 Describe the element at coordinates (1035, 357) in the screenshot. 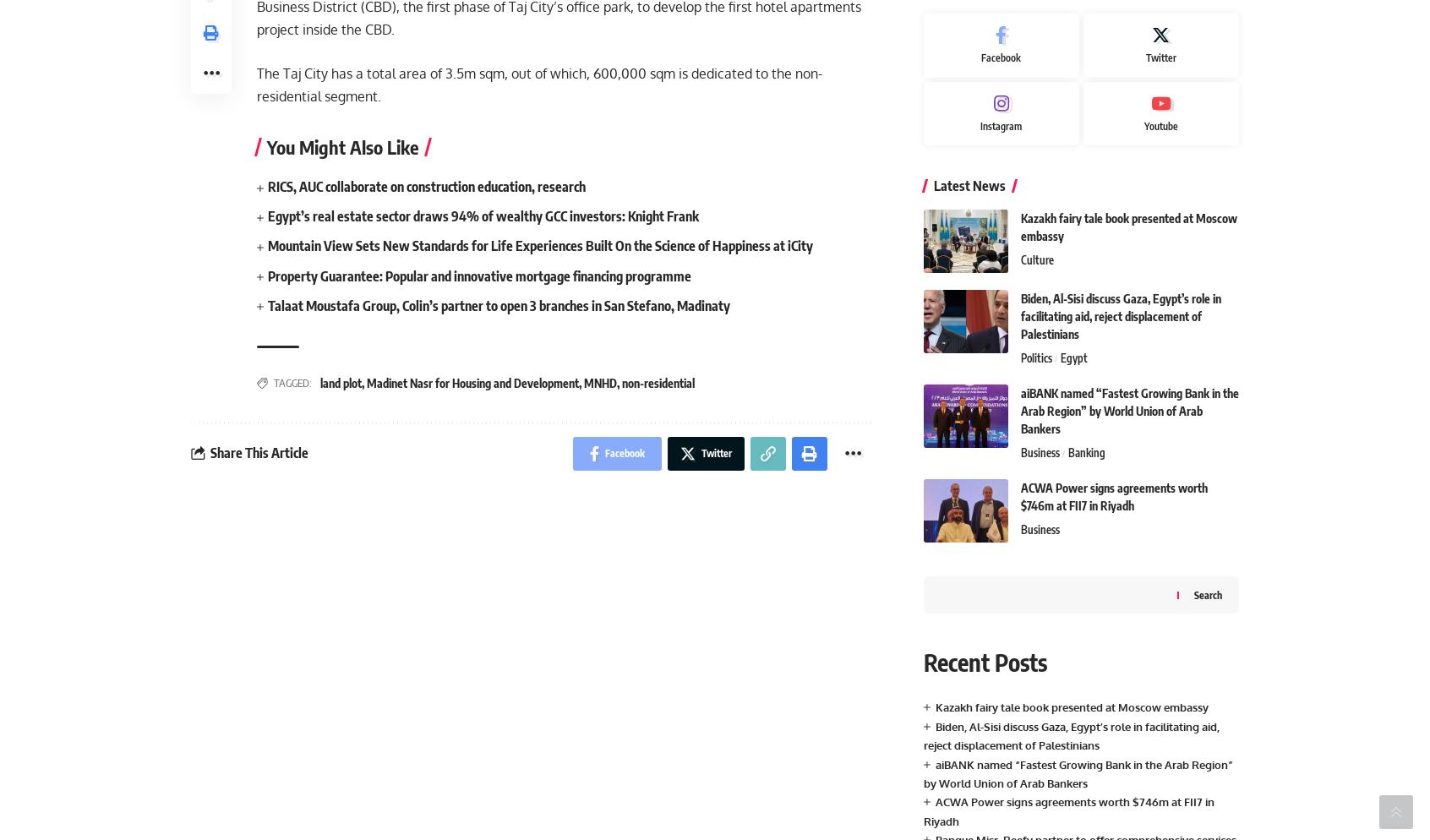

I see `'Politics'` at that location.